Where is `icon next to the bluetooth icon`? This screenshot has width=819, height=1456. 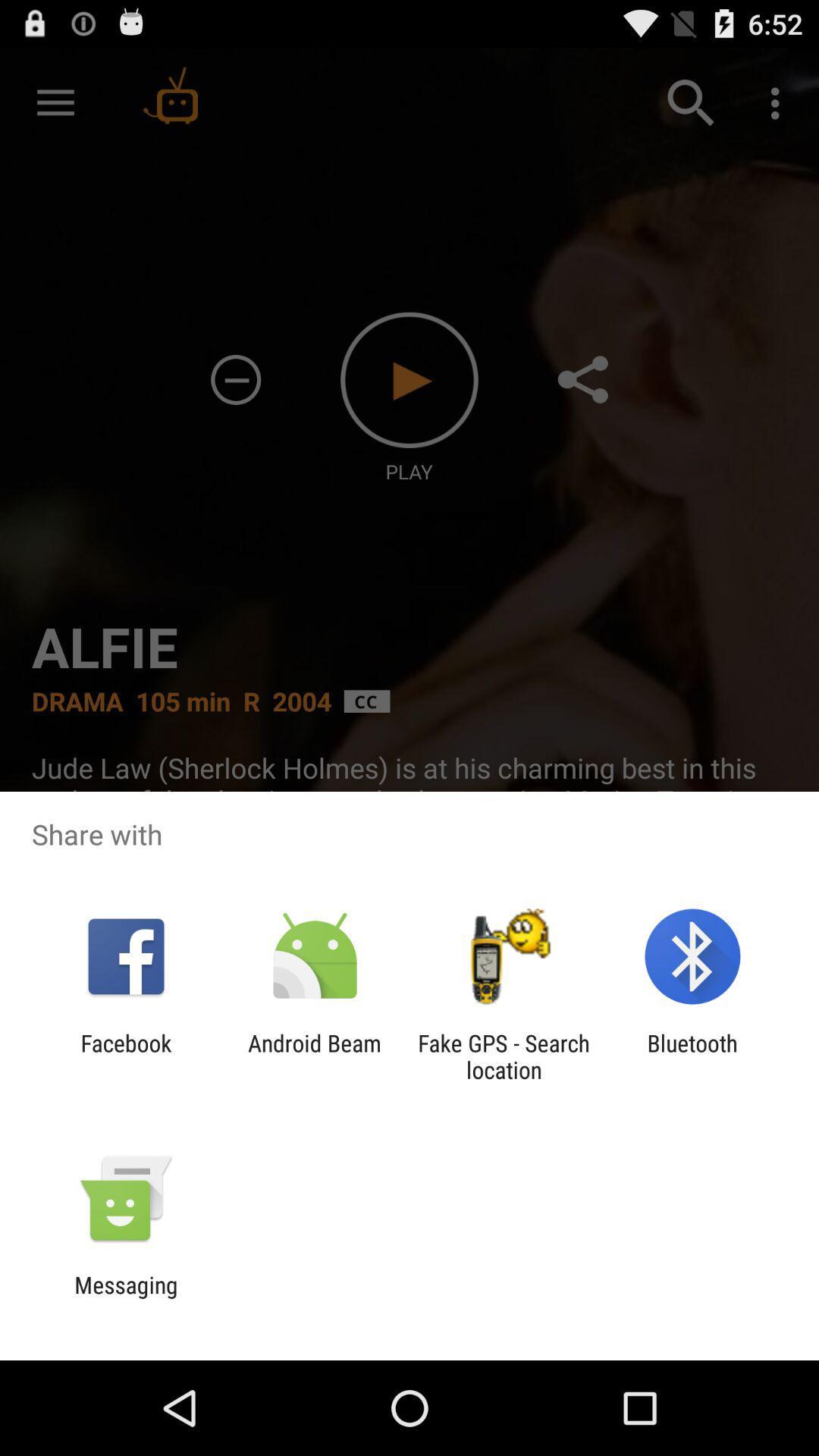 icon next to the bluetooth icon is located at coordinates (504, 1056).